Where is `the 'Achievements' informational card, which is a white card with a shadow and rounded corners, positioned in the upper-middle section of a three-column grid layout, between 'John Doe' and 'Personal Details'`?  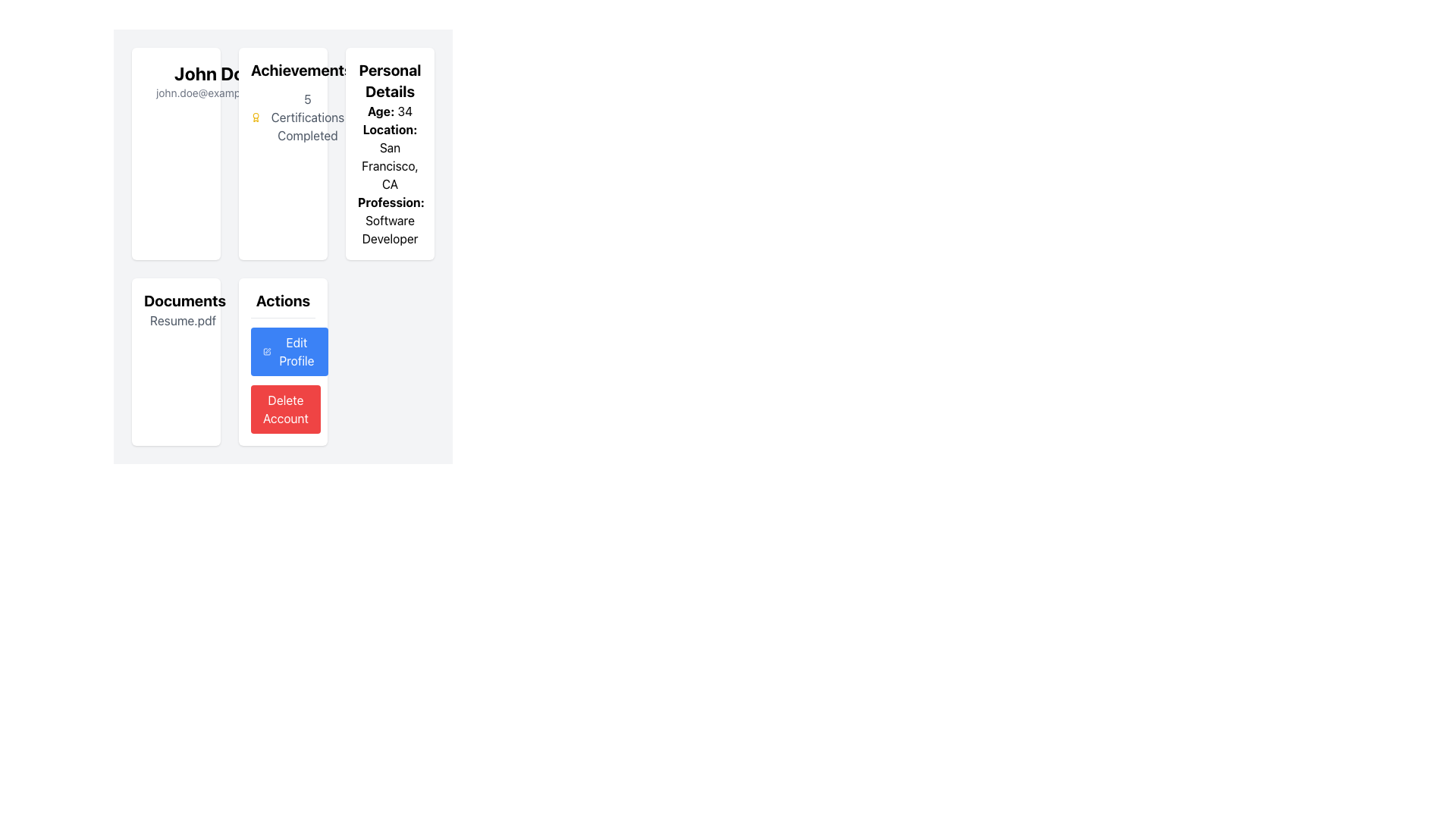
the 'Achievements' informational card, which is a white card with a shadow and rounded corners, positioned in the upper-middle section of a three-column grid layout, between 'John Doe' and 'Personal Details' is located at coordinates (283, 154).